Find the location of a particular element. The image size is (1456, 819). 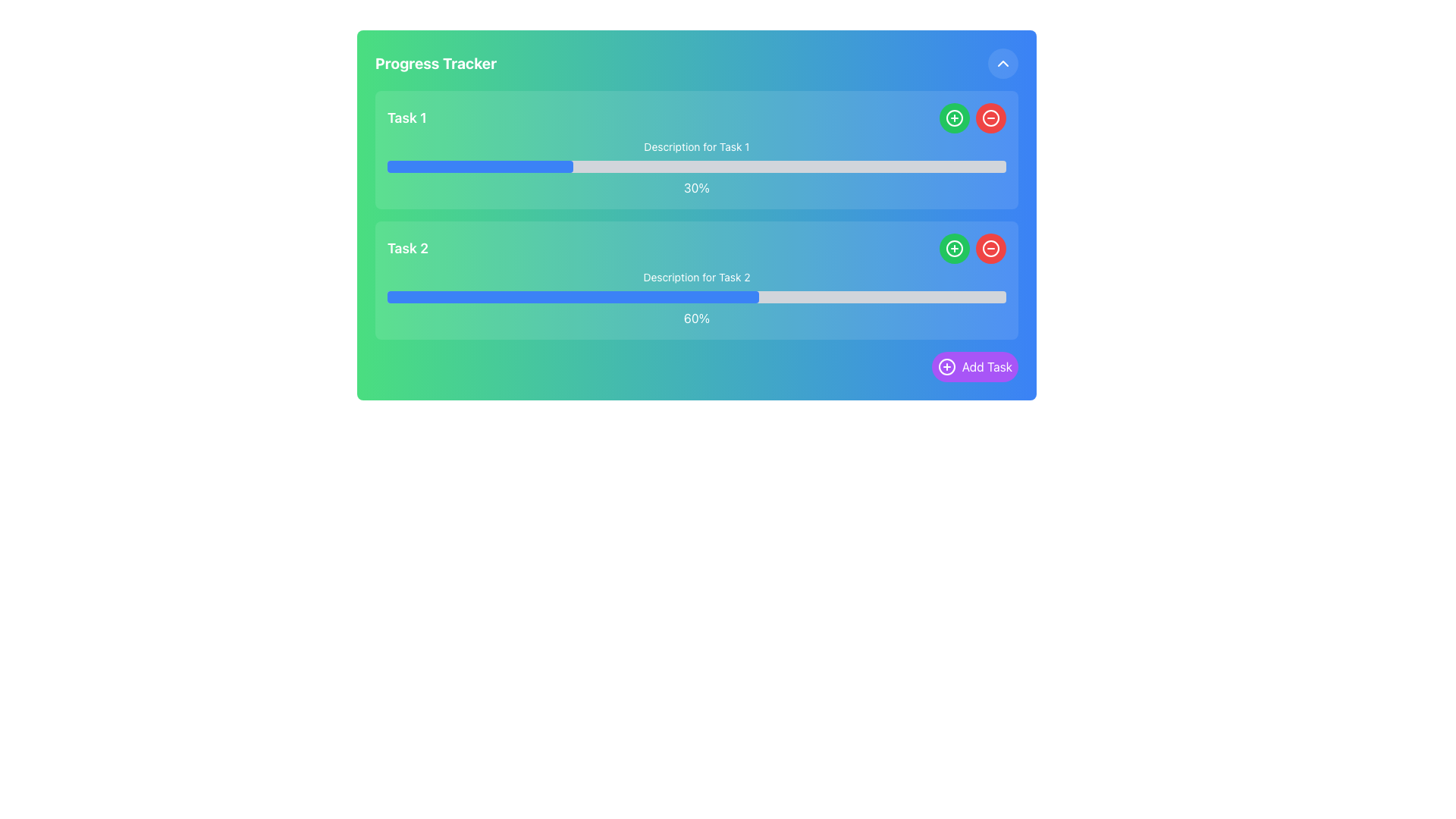

the green button located to the right of the task progress bar is located at coordinates (953, 247).